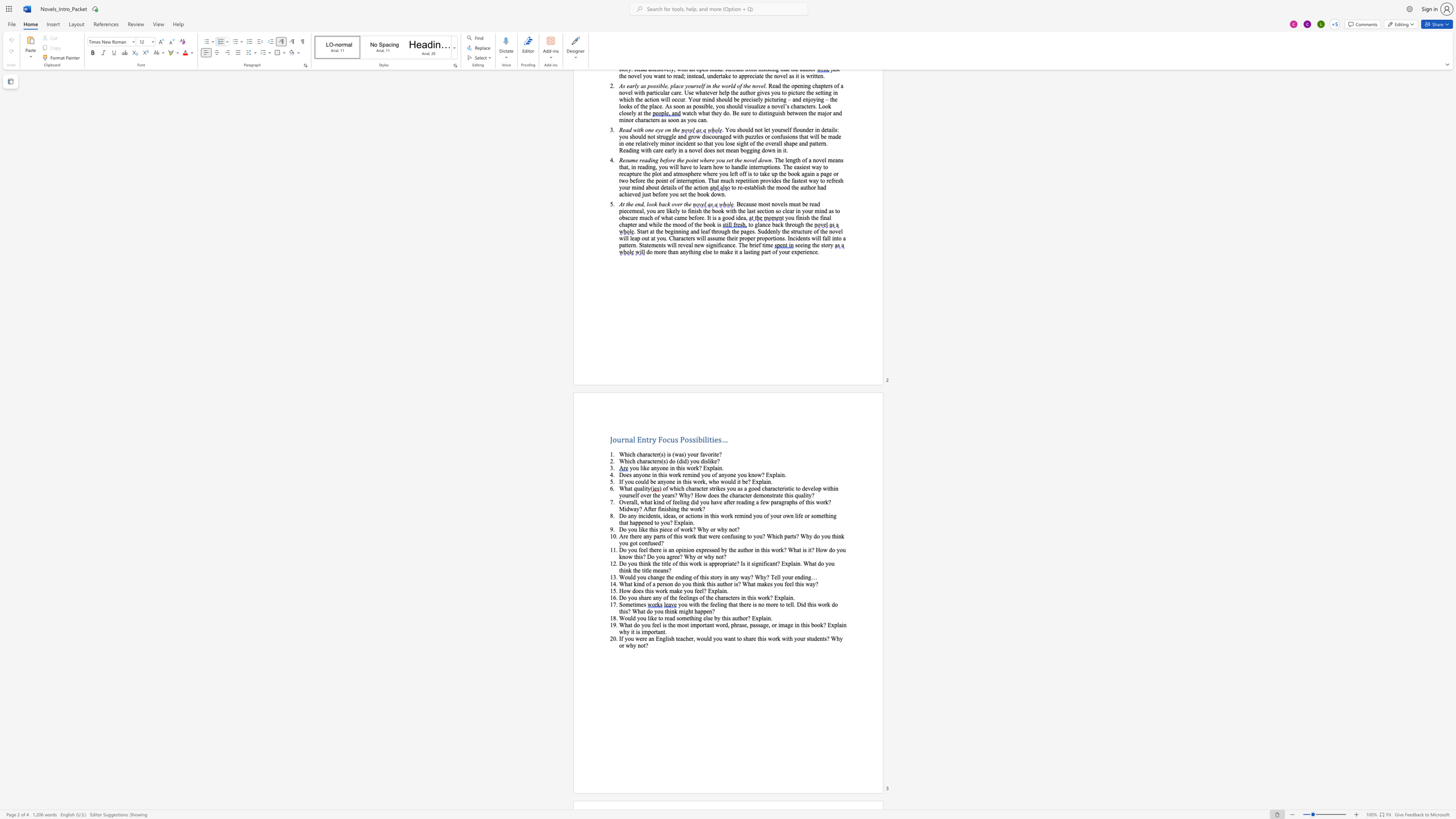 The width and height of the screenshot is (1456, 819). Describe the element at coordinates (794, 597) in the screenshot. I see `the 1th character "." in the text` at that location.